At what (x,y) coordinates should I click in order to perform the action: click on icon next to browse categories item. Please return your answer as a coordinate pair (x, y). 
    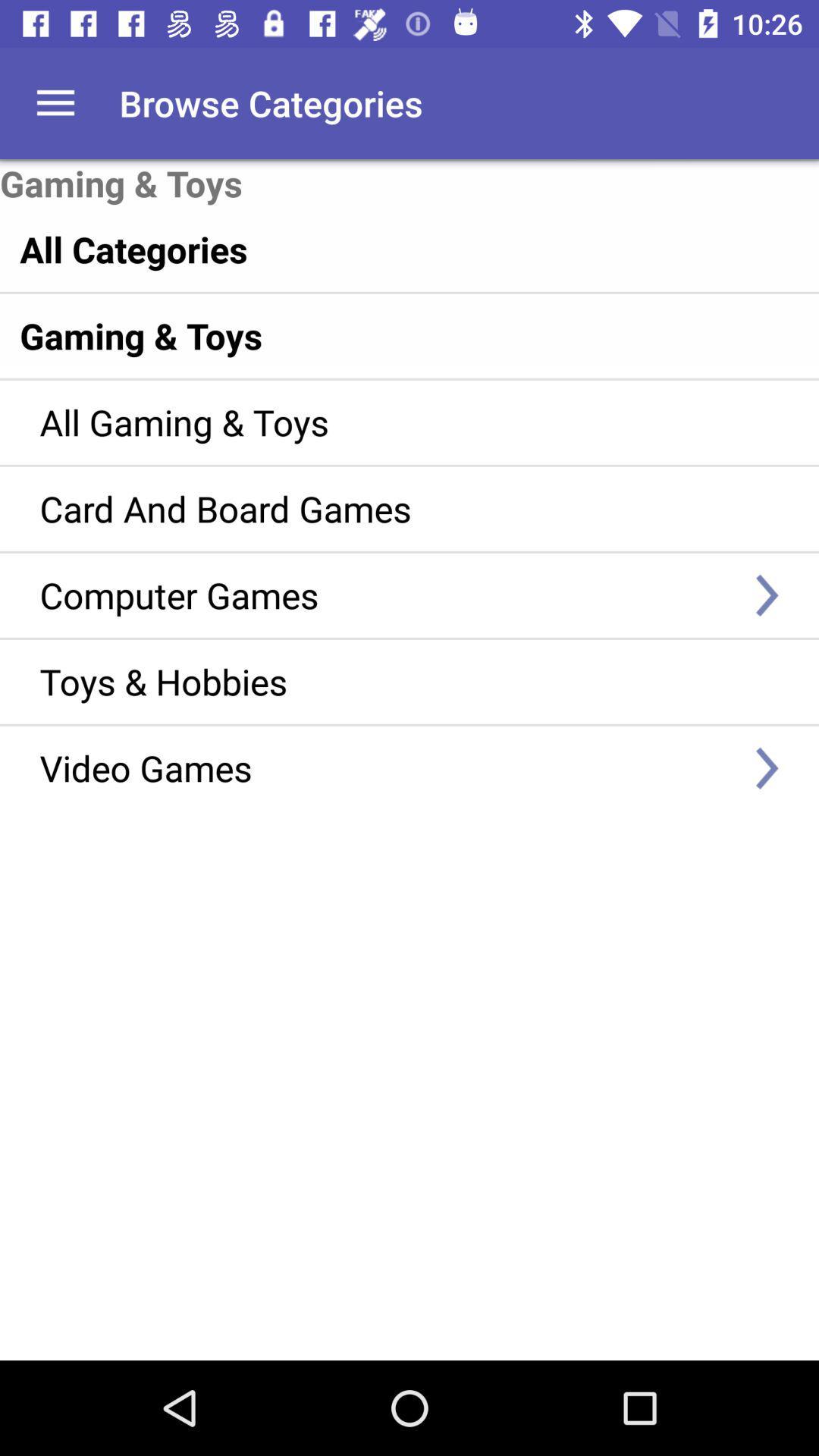
    Looking at the image, I should click on (55, 102).